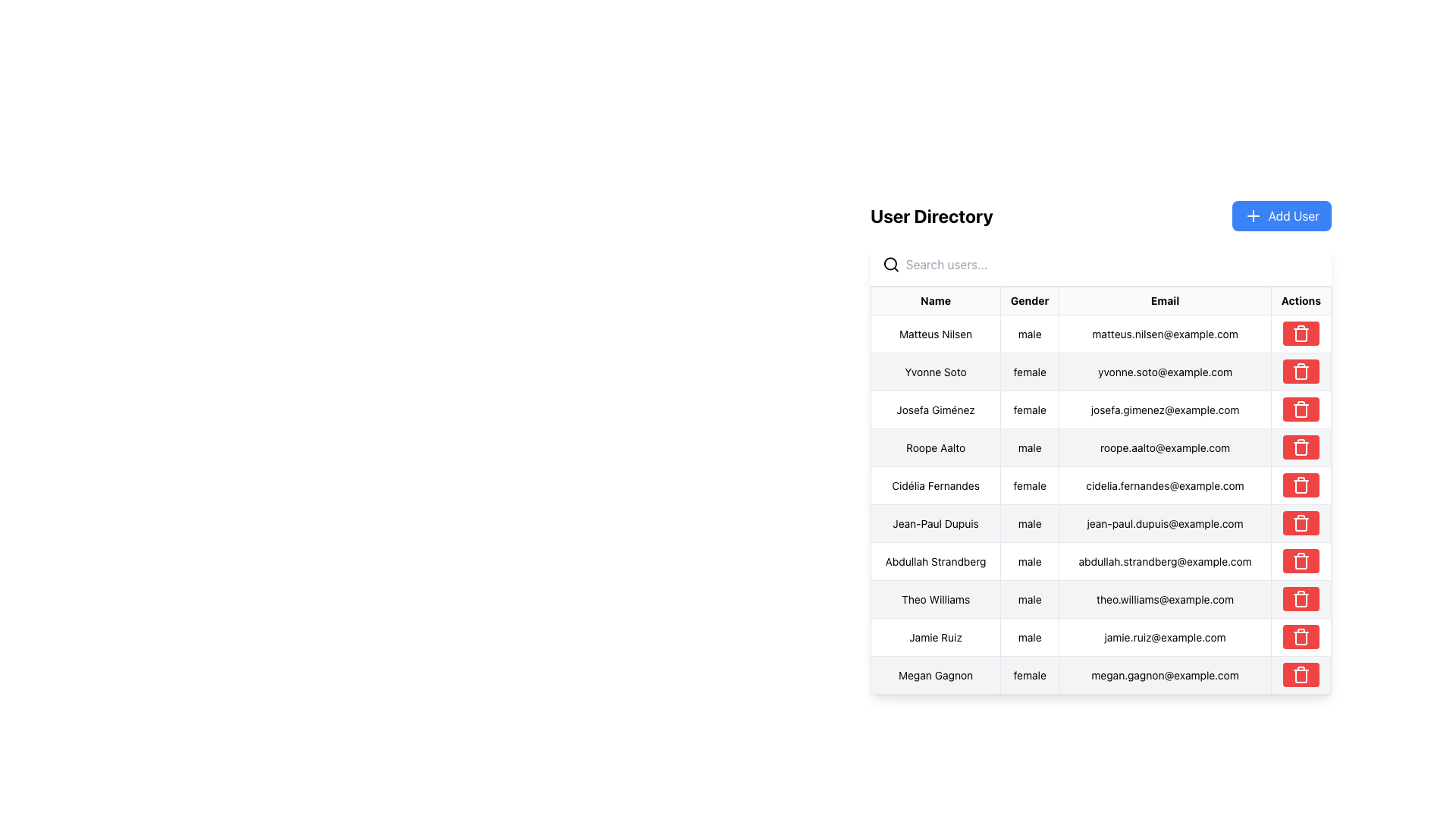  Describe the element at coordinates (1164, 301) in the screenshot. I see `the 'Email' table header, which is the third column header in the 'User Directory' interface, positioned between the 'Gender' and 'Actions' headers` at that location.